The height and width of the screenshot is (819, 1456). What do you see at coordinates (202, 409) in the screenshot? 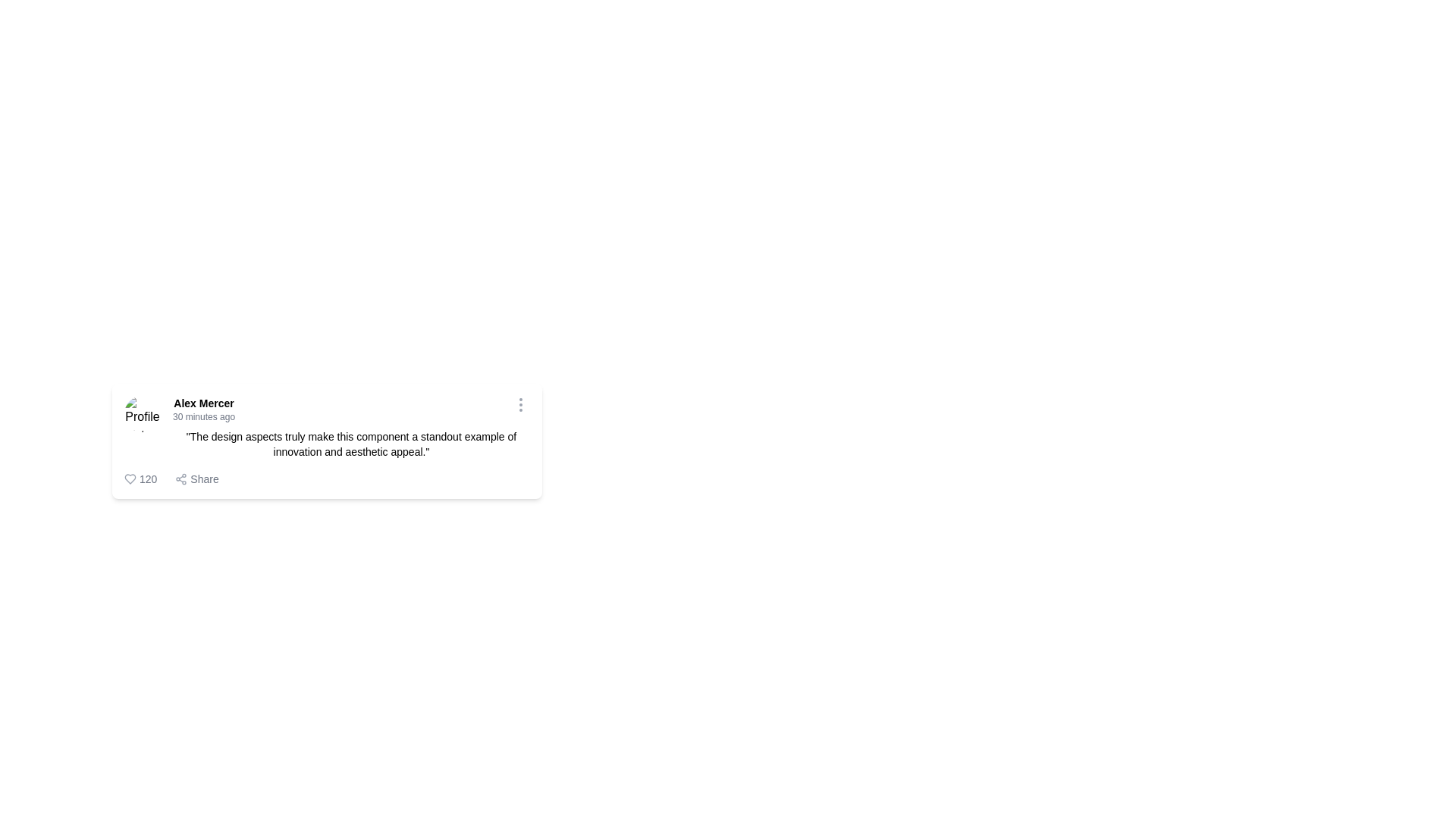
I see `the bold user name in the upper-left section of the content card` at bounding box center [202, 409].